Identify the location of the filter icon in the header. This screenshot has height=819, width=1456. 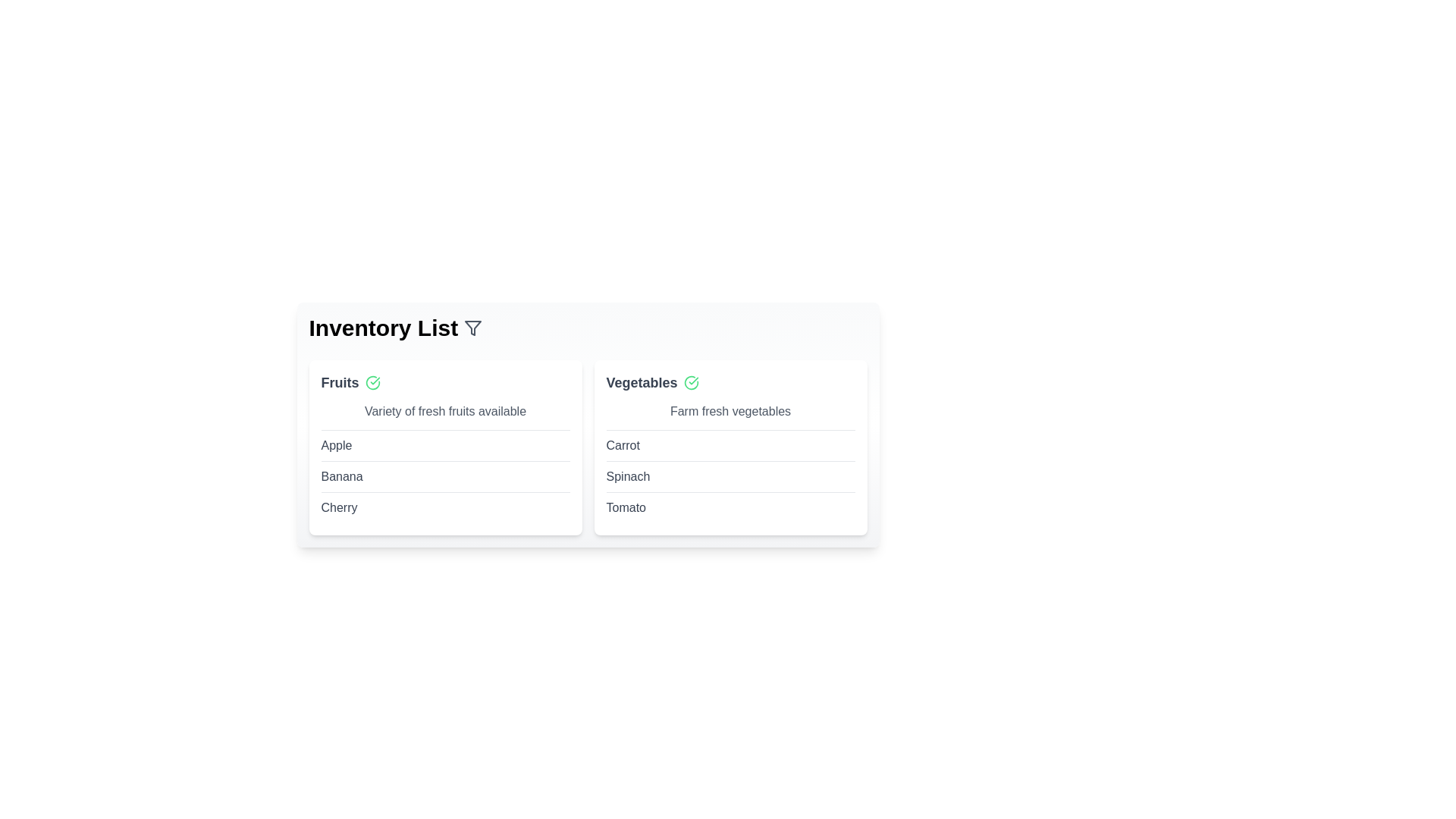
(472, 327).